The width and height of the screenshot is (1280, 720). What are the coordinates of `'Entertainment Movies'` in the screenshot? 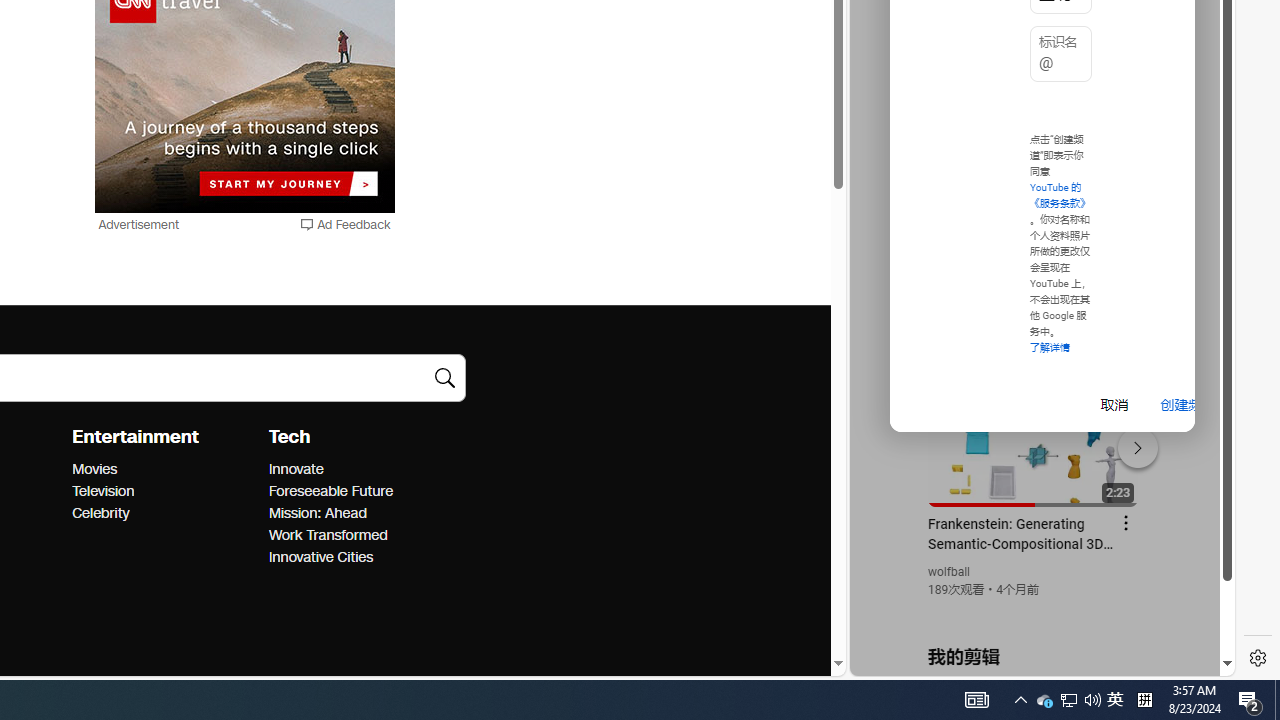 It's located at (93, 469).